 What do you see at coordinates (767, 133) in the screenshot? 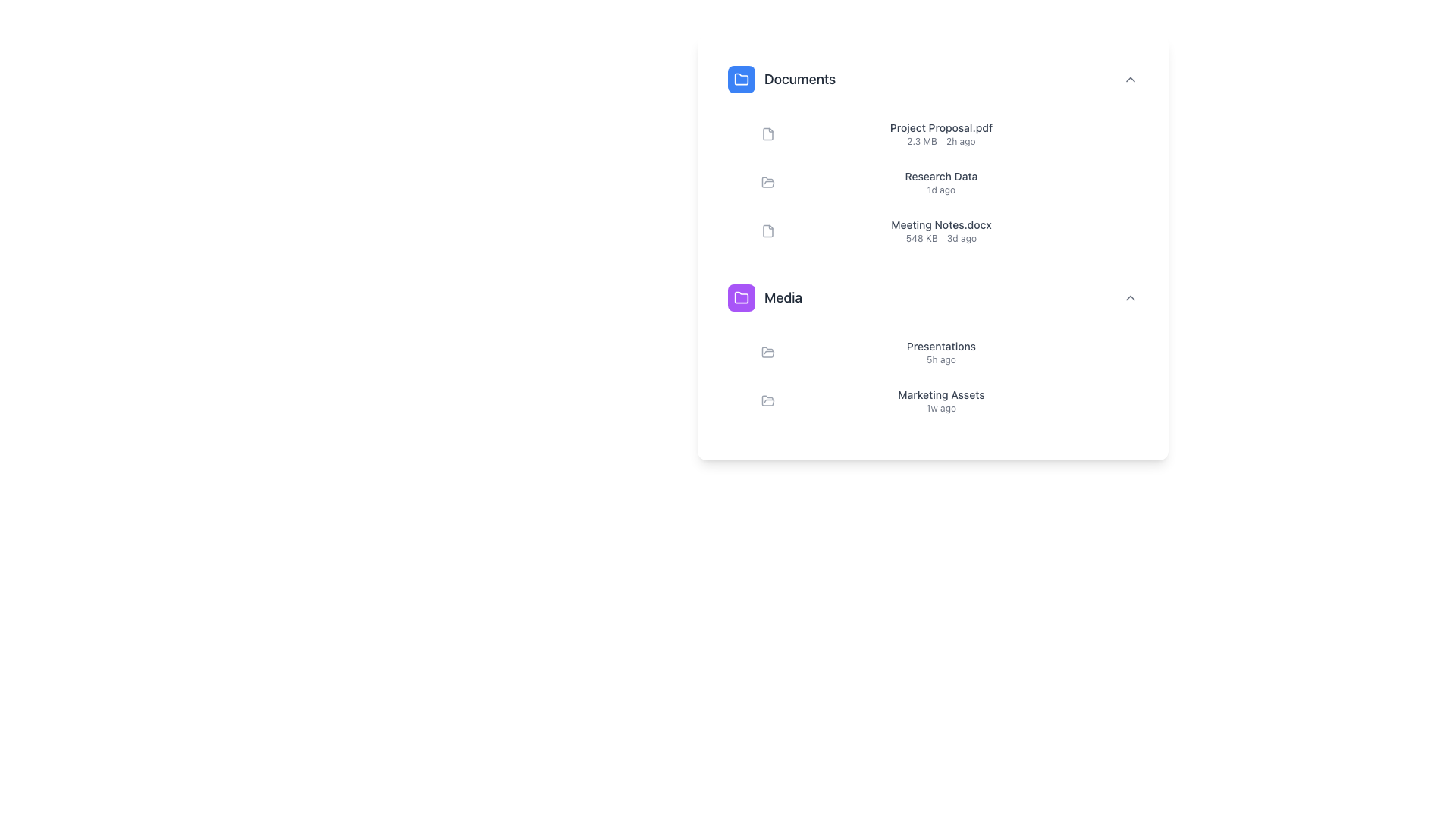
I see `the non-interactive icon representing the file 'Project Proposal.pdf' in the Documents category, located at the left of the text description` at bounding box center [767, 133].